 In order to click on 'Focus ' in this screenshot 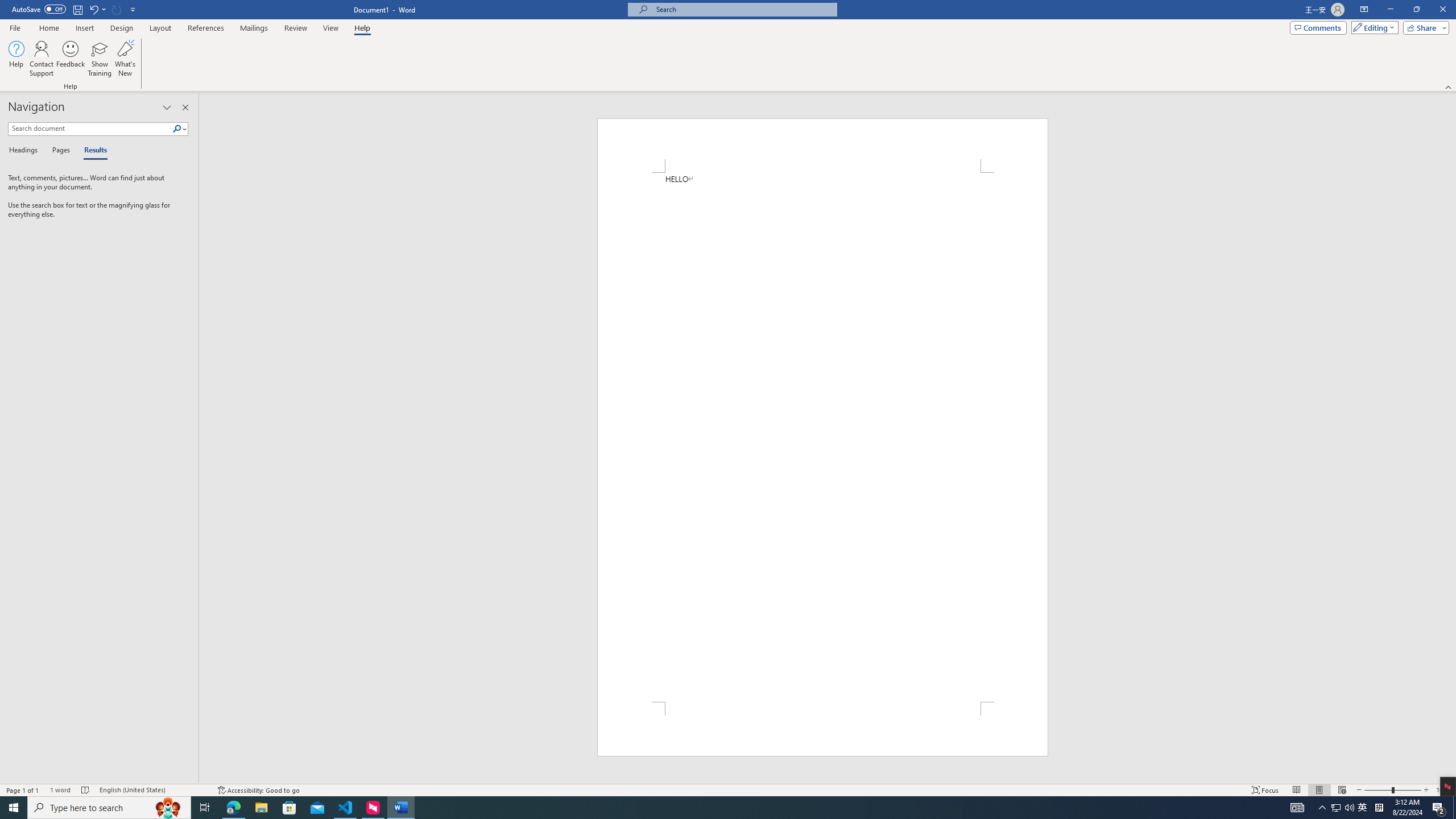, I will do `click(1265, 790)`.